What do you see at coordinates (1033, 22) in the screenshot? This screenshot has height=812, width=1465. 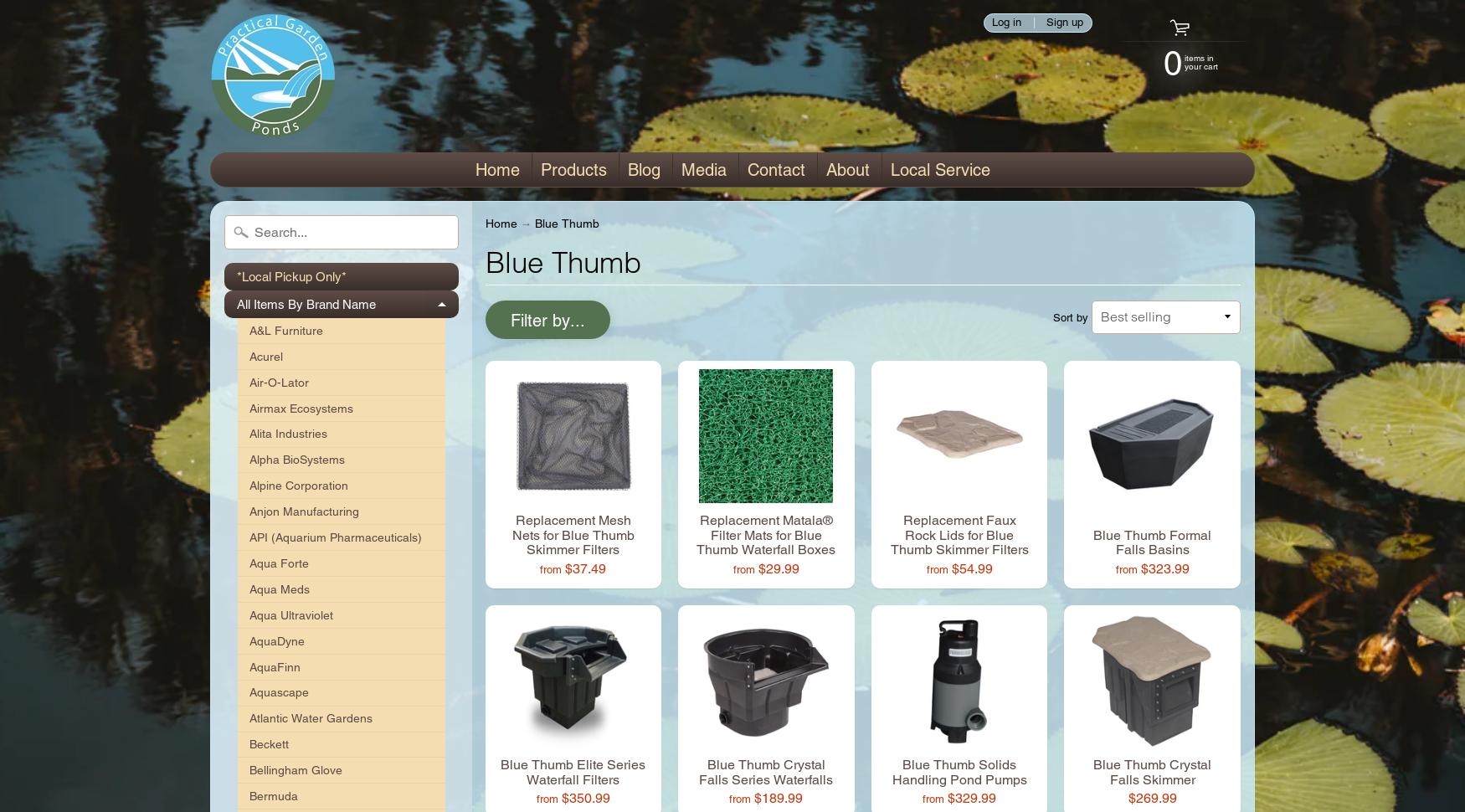 I see `'|'` at bounding box center [1033, 22].